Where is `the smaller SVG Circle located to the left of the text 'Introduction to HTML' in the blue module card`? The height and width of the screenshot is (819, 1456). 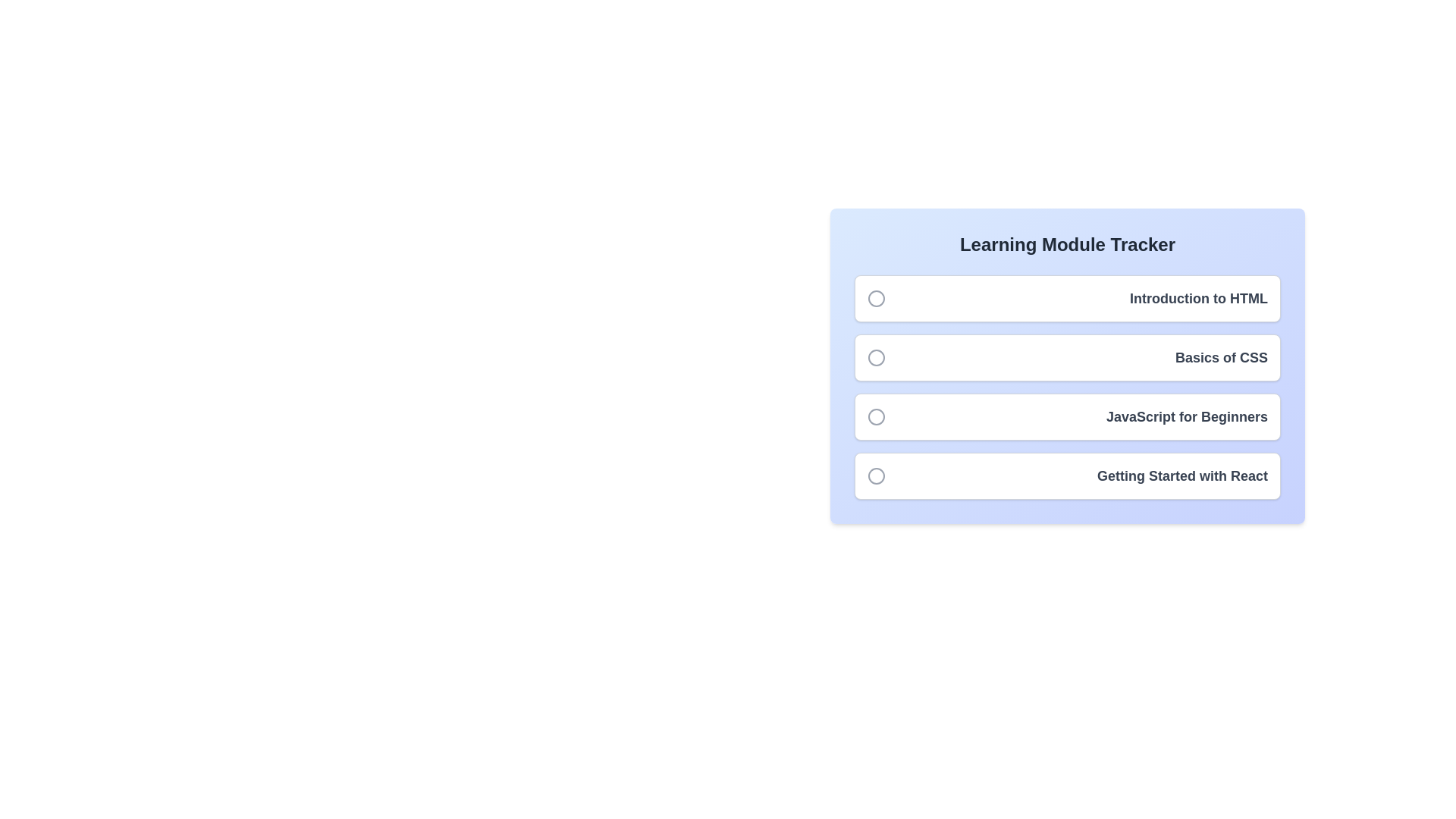
the smaller SVG Circle located to the left of the text 'Introduction to HTML' in the blue module card is located at coordinates (877, 298).